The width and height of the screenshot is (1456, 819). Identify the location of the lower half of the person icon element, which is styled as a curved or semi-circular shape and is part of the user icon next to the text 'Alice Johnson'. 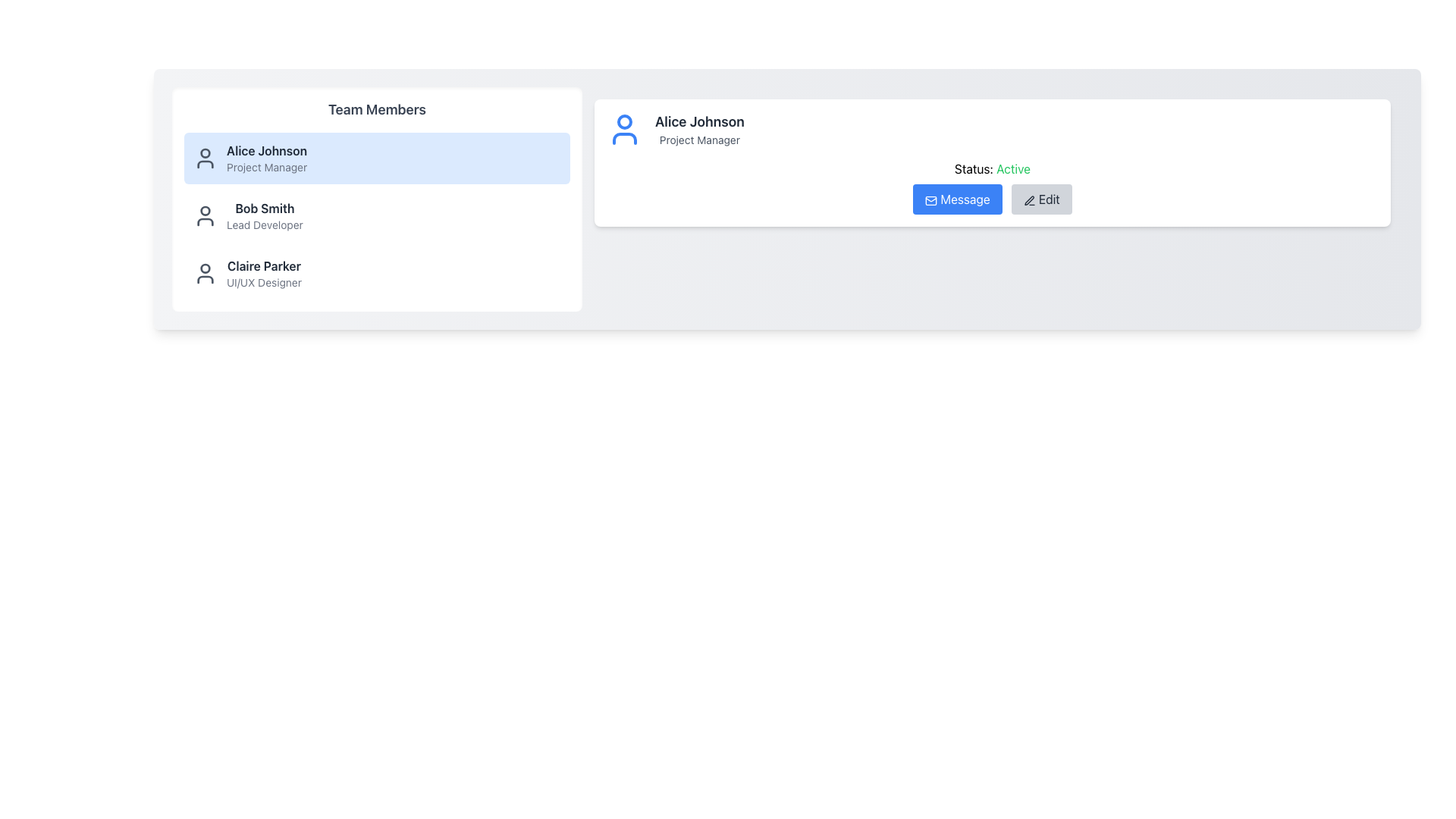
(204, 164).